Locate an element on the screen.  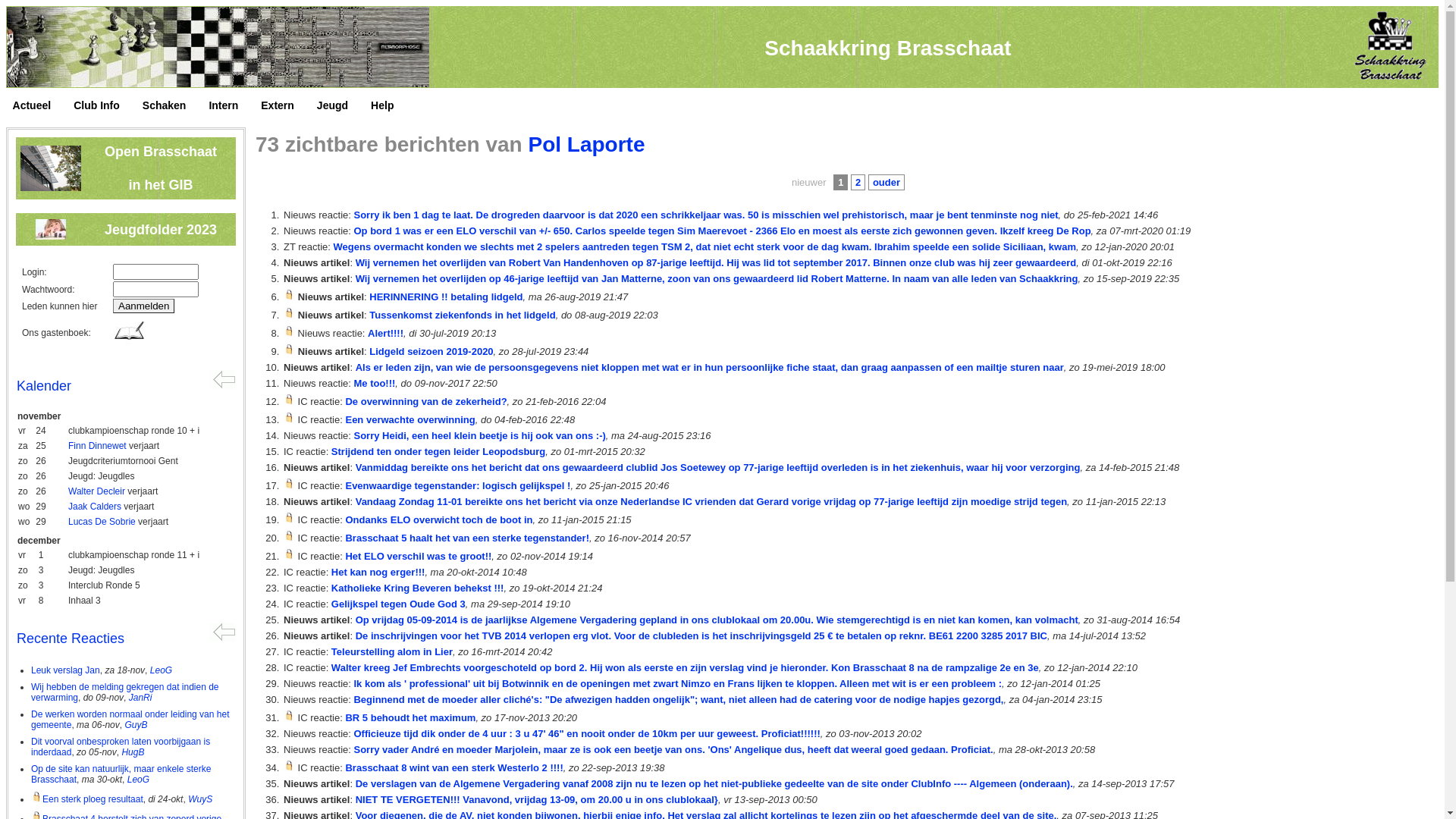
'Enkel zichtbaar voor clubleden' is located at coordinates (289, 398).